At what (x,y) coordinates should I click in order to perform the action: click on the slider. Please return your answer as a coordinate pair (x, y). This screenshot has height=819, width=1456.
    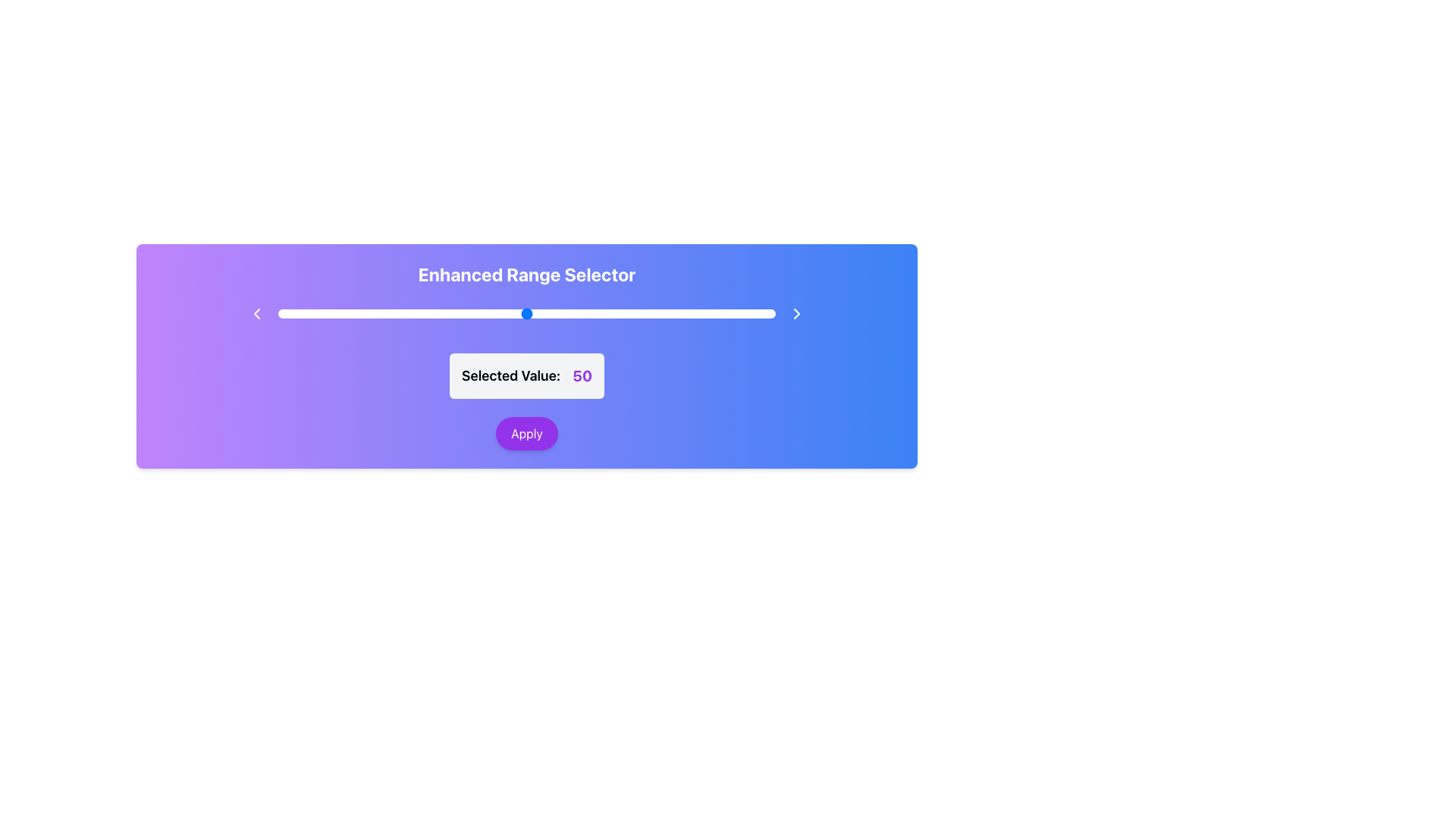
    Looking at the image, I should click on (595, 312).